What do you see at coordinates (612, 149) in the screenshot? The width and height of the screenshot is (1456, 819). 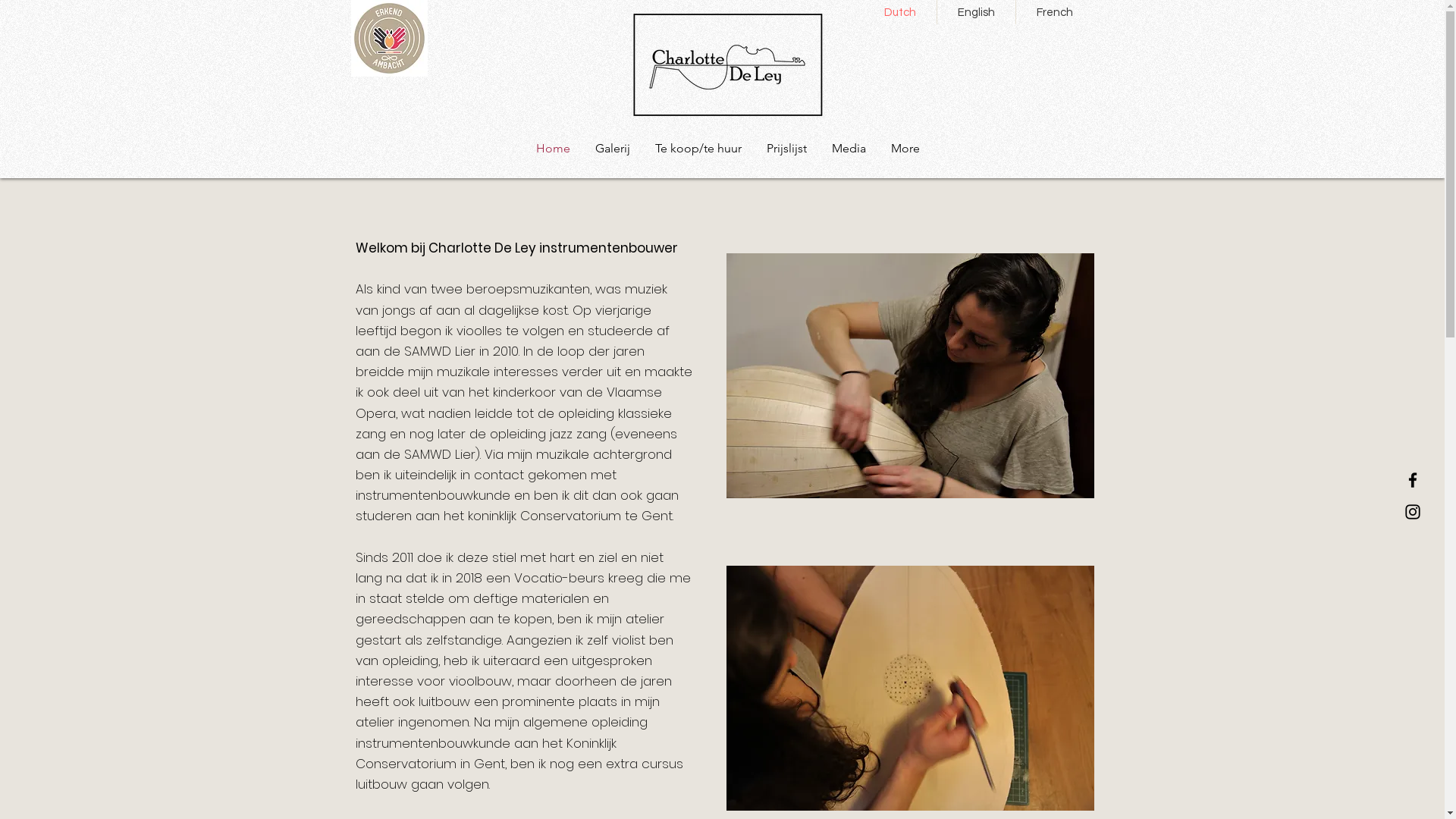 I see `'Galerij'` at bounding box center [612, 149].